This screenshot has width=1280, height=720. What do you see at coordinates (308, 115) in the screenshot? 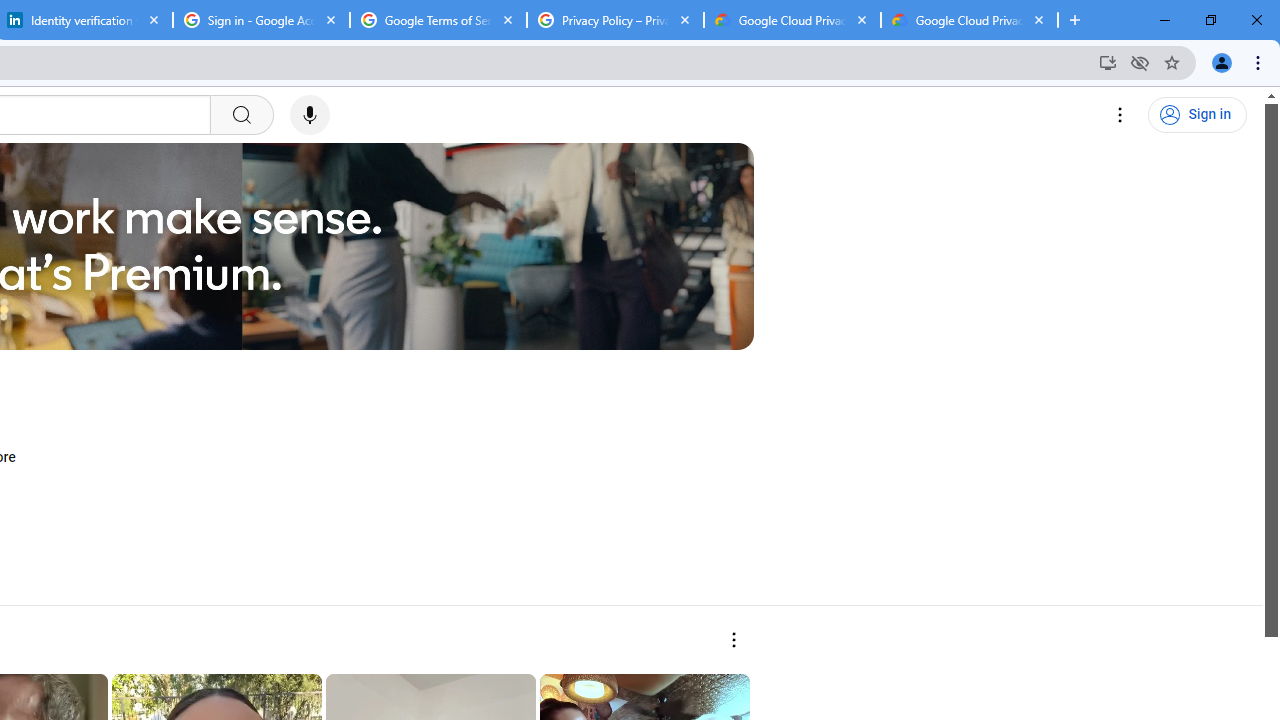
I see `'Search with your voice'` at bounding box center [308, 115].